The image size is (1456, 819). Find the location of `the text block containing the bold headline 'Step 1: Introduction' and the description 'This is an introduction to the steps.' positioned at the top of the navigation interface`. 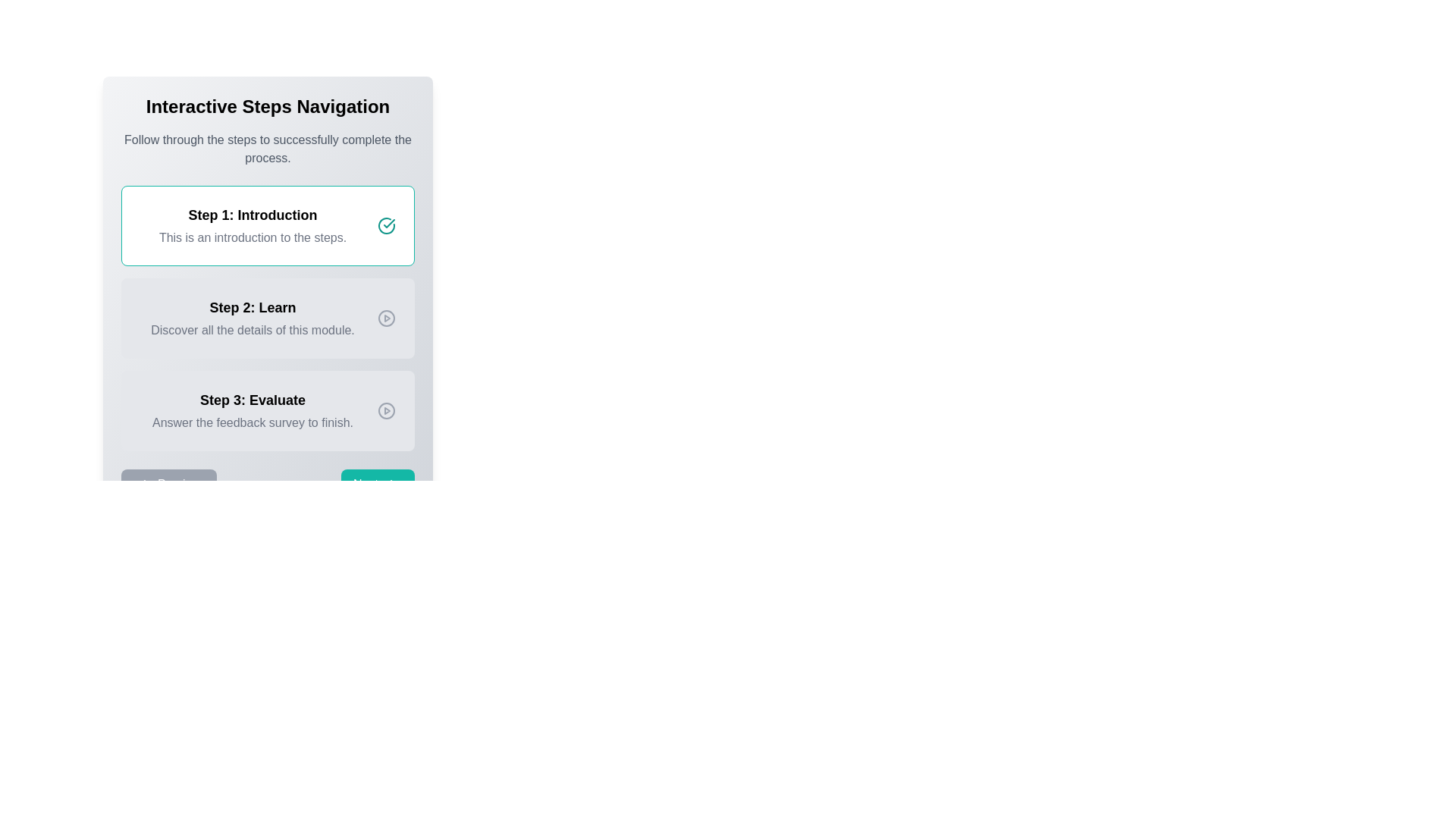

the text block containing the bold headline 'Step 1: Introduction' and the description 'This is an introduction to the steps.' positioned at the top of the navigation interface is located at coordinates (253, 225).